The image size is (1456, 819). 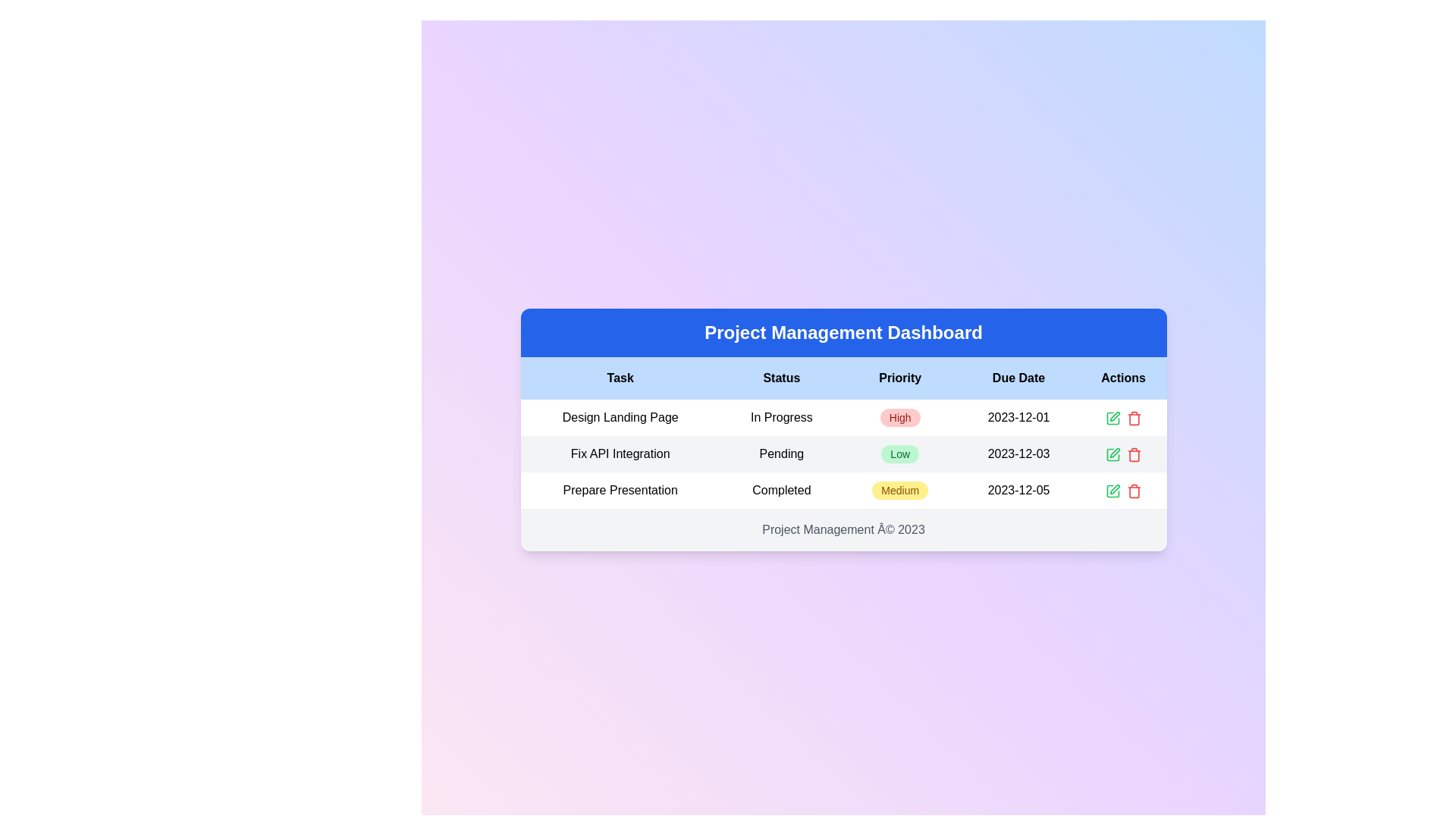 What do you see at coordinates (1112, 418) in the screenshot?
I see `the green pen icon button in the 'Actions' column of the table for the task 'Fix API Integration' to initiate edit` at bounding box center [1112, 418].